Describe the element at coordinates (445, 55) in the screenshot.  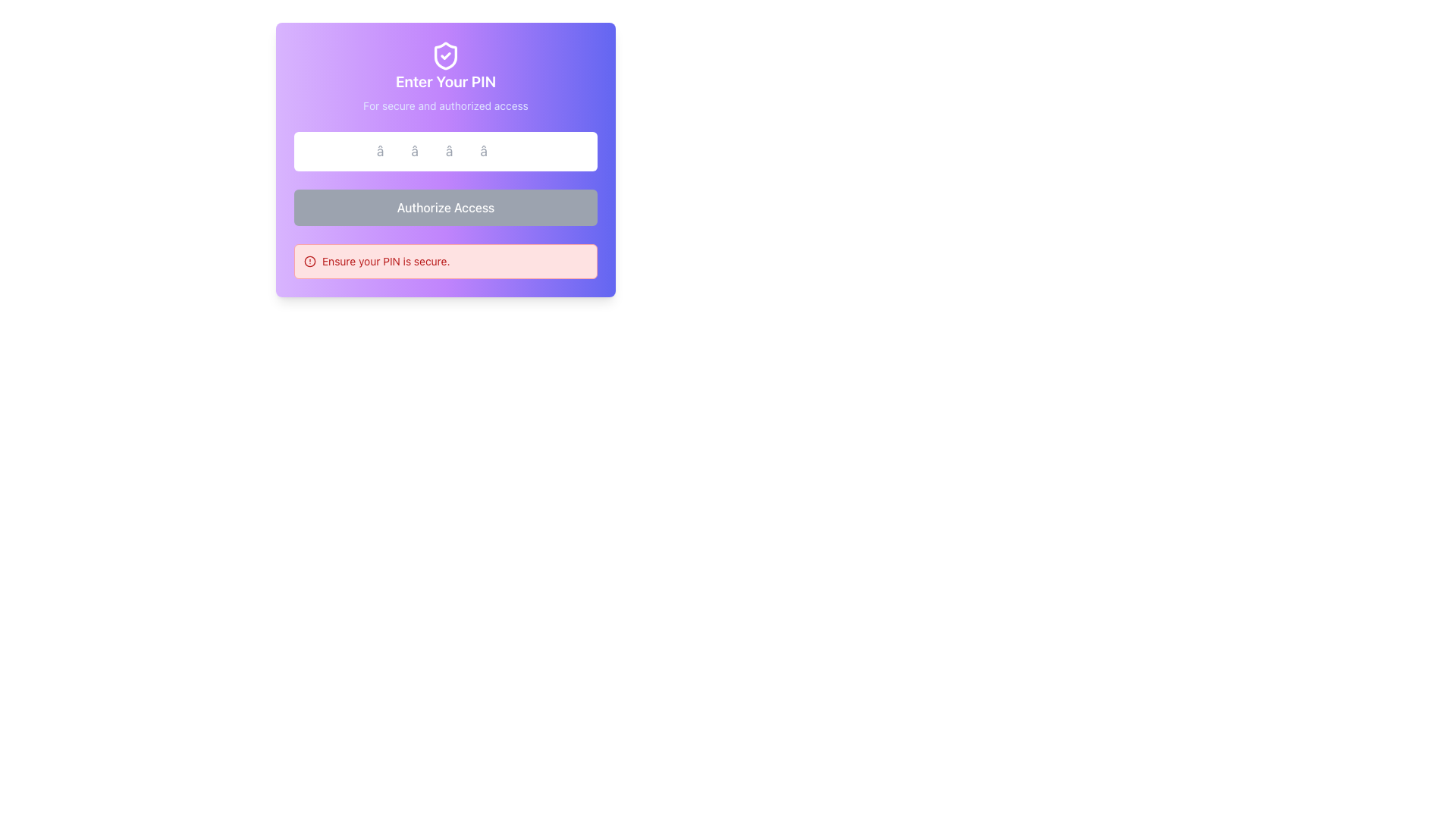
I see `the security confirmation icon located at the top-center of the form interface, directly above the 'Enter Your PIN' text` at that location.